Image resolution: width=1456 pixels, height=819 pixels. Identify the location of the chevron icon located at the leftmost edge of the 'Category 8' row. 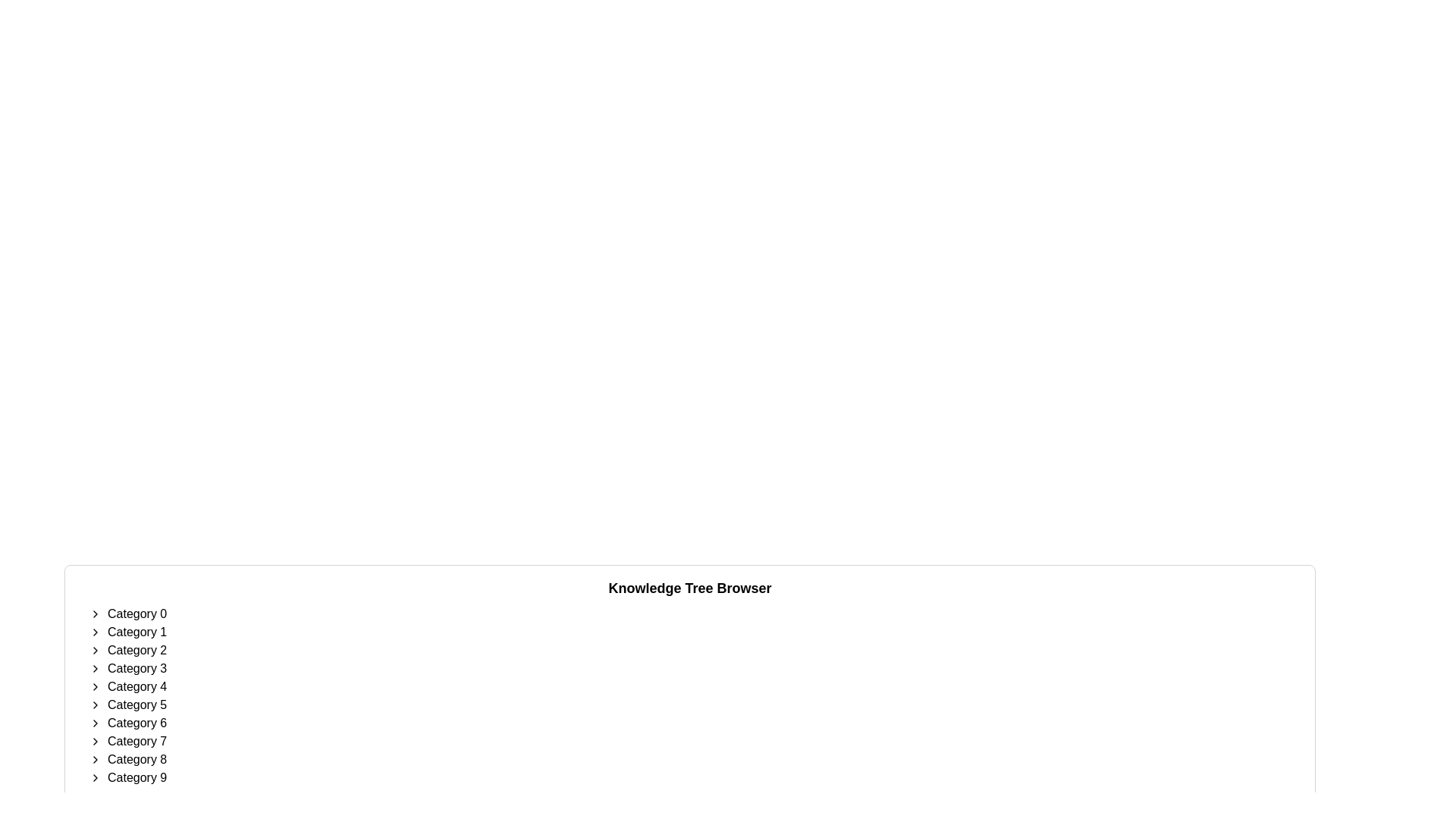
(94, 760).